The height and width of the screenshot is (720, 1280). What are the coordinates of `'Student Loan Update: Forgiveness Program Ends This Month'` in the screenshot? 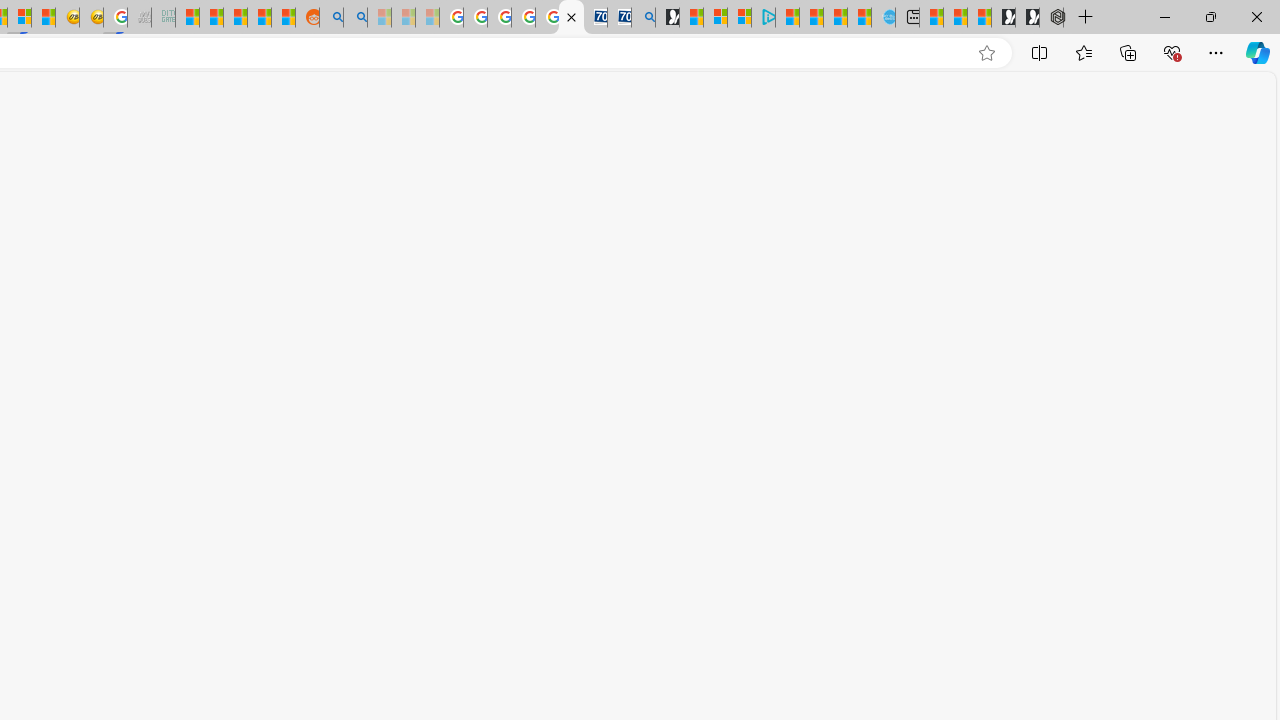 It's located at (258, 17).